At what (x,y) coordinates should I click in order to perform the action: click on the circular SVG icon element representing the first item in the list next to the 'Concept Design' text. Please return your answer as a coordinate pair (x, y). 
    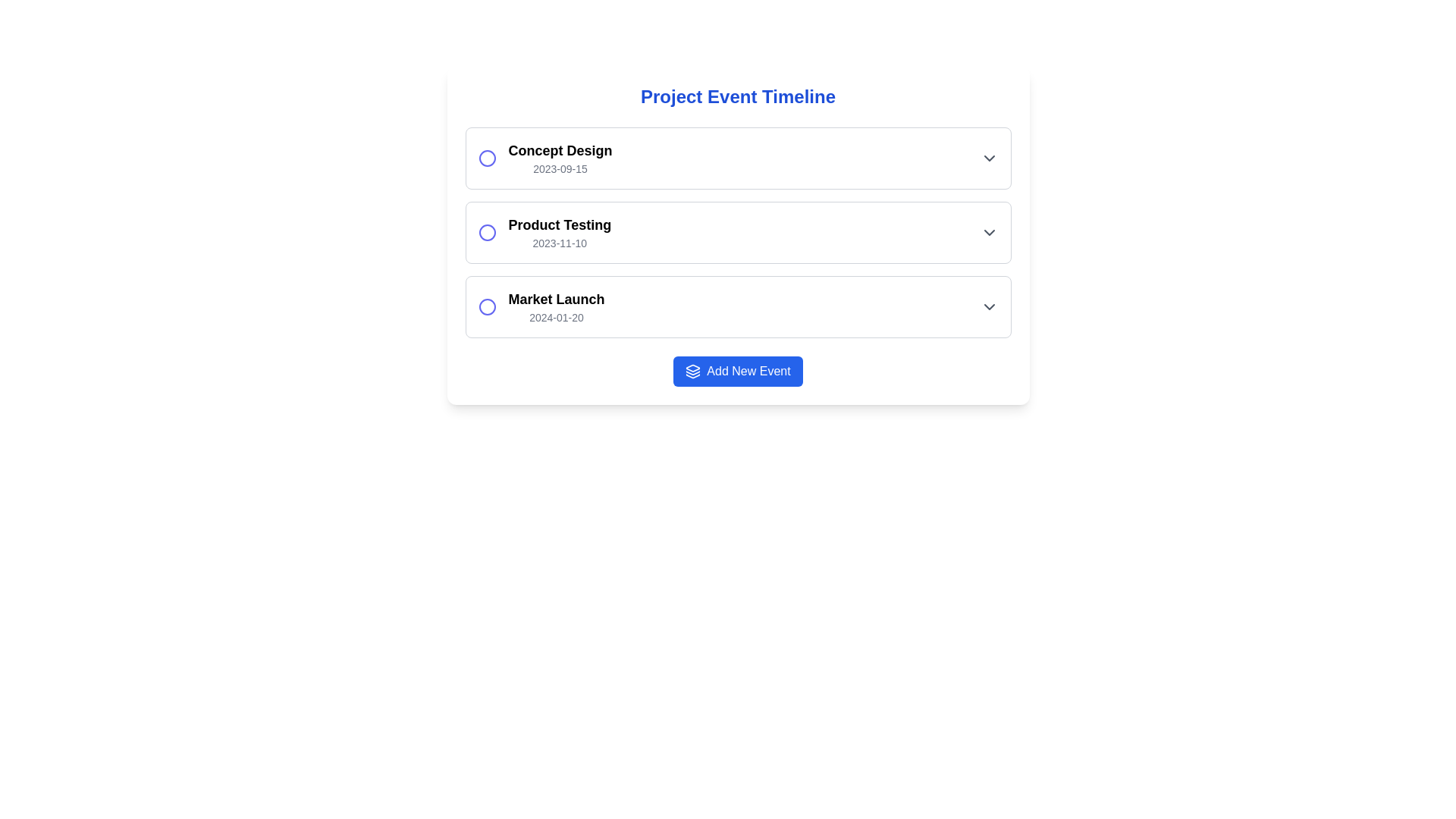
    Looking at the image, I should click on (487, 158).